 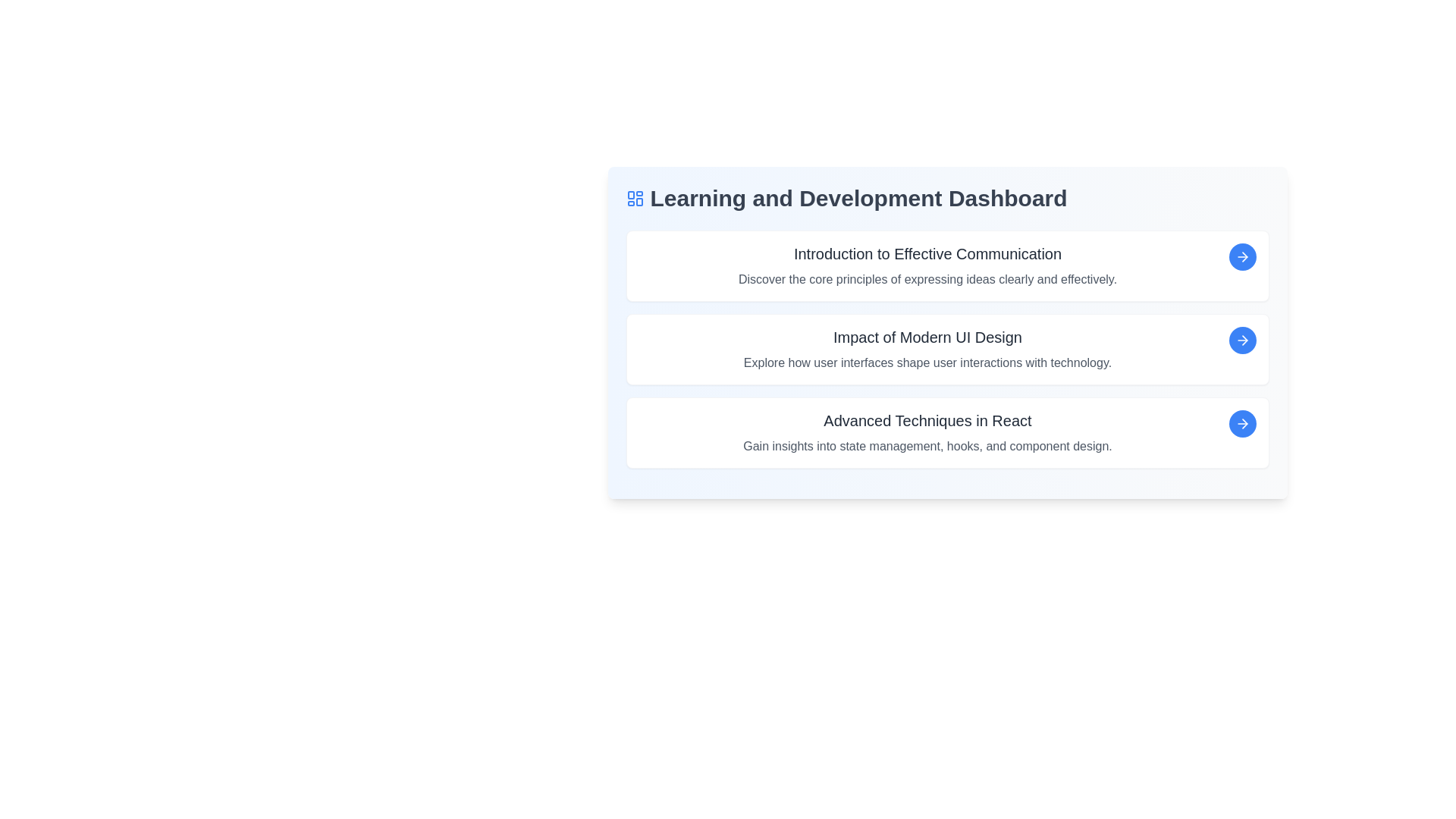 I want to click on the arrow icon used for navigation located on the right side of the third list item, 'Advanced Techniques in React', so click(x=1244, y=424).